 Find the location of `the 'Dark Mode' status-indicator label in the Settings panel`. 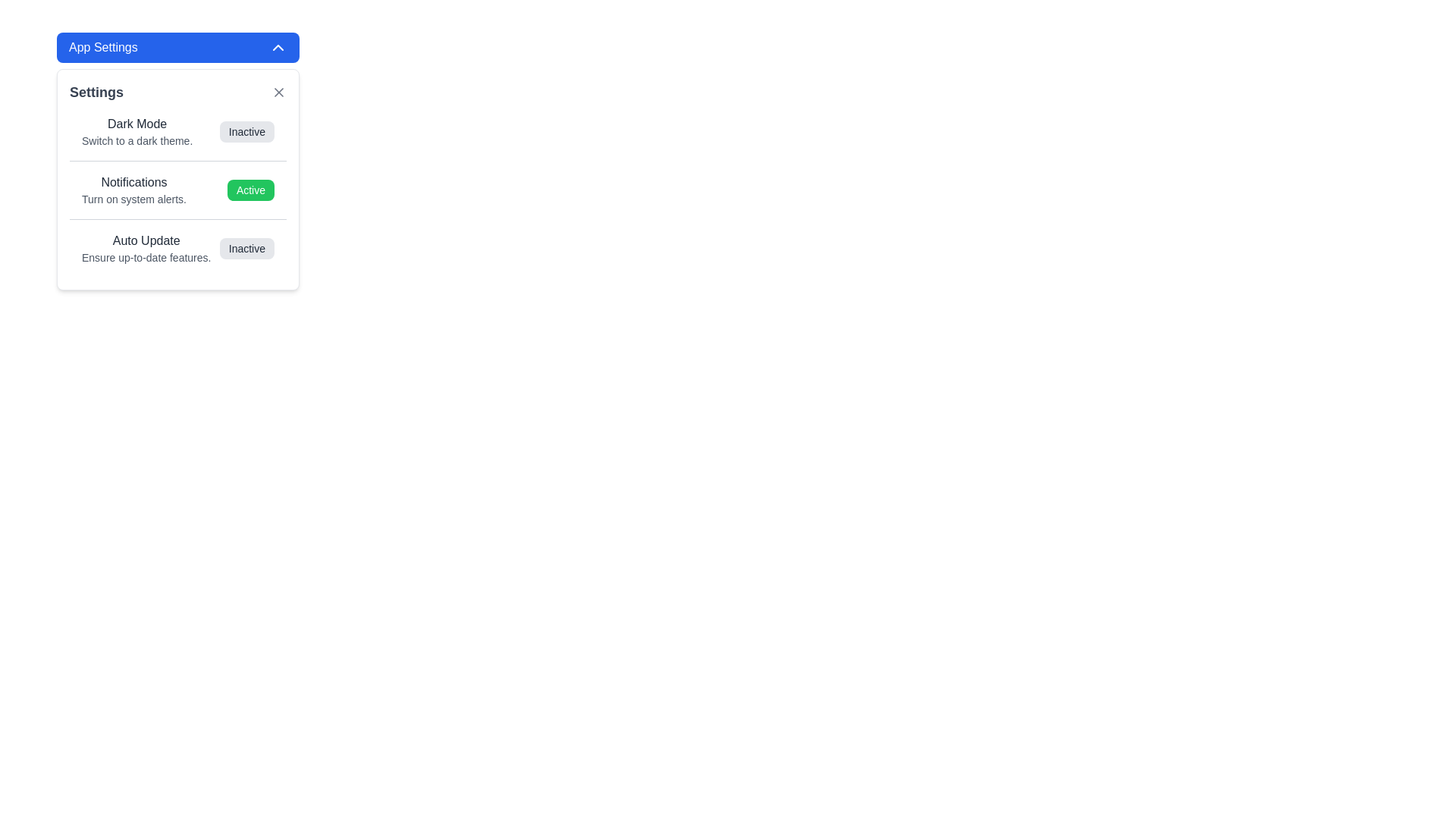

the 'Dark Mode' status-indicator label in the Settings panel is located at coordinates (246, 130).